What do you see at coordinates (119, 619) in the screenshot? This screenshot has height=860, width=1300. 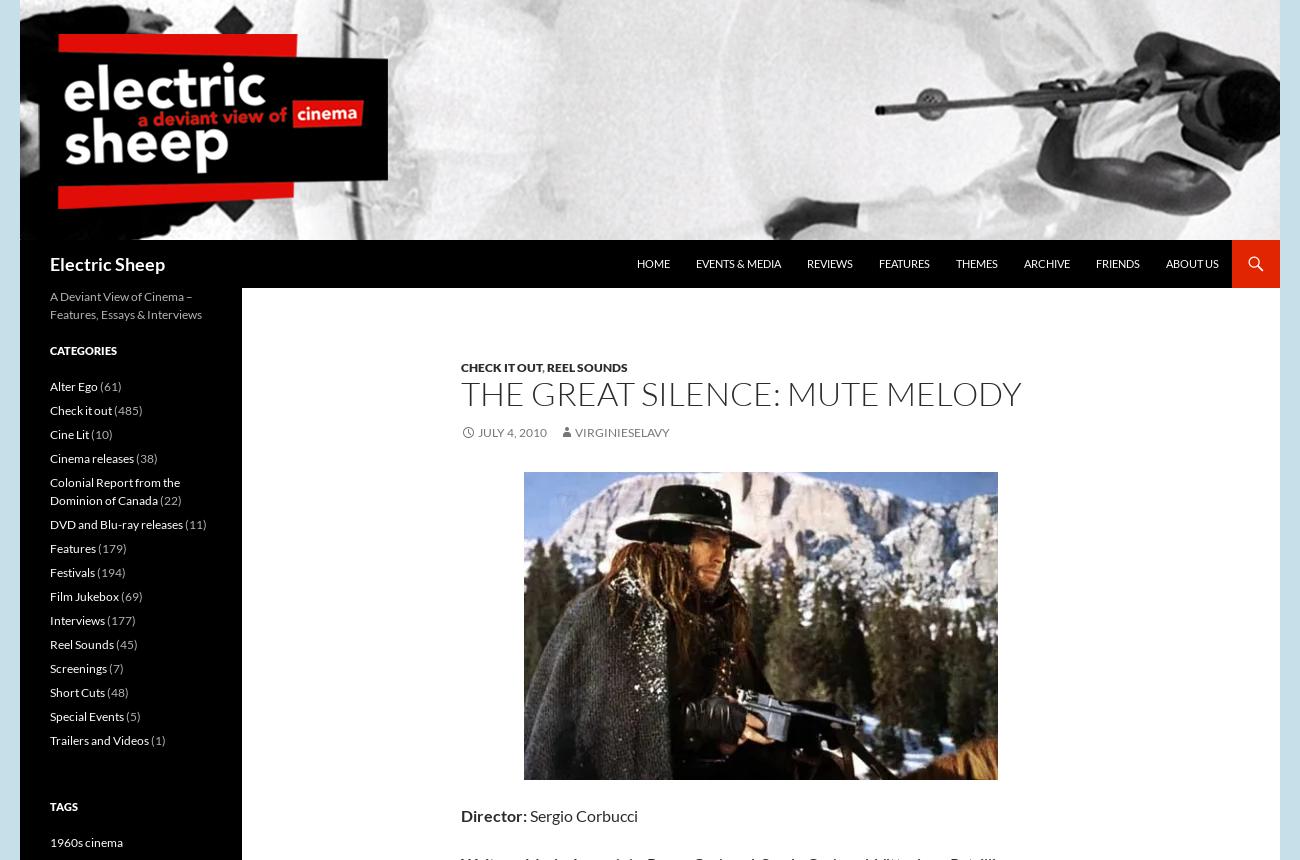 I see `'(177)'` at bounding box center [119, 619].